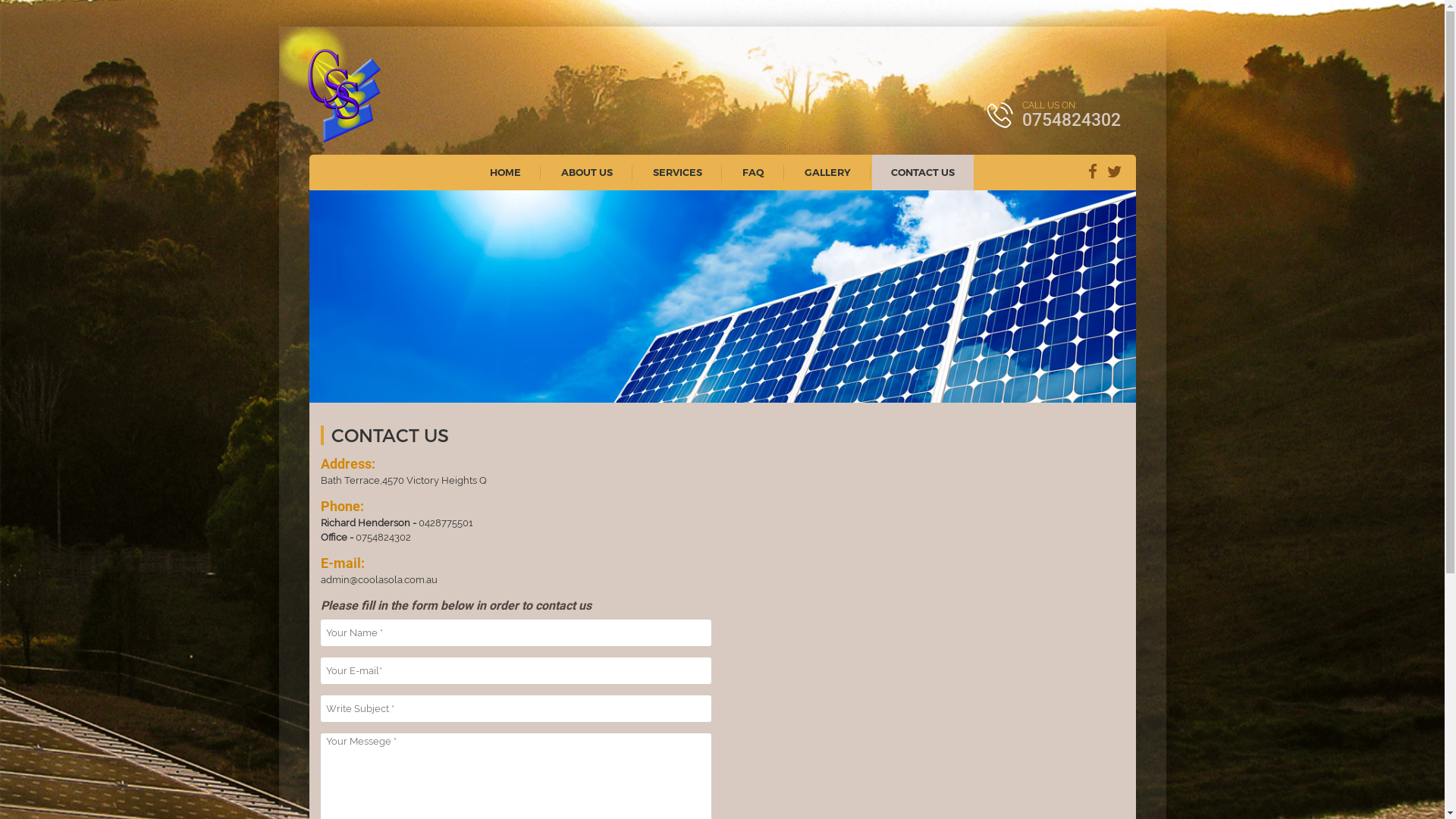  What do you see at coordinates (585, 171) in the screenshot?
I see `'ABOUT US'` at bounding box center [585, 171].